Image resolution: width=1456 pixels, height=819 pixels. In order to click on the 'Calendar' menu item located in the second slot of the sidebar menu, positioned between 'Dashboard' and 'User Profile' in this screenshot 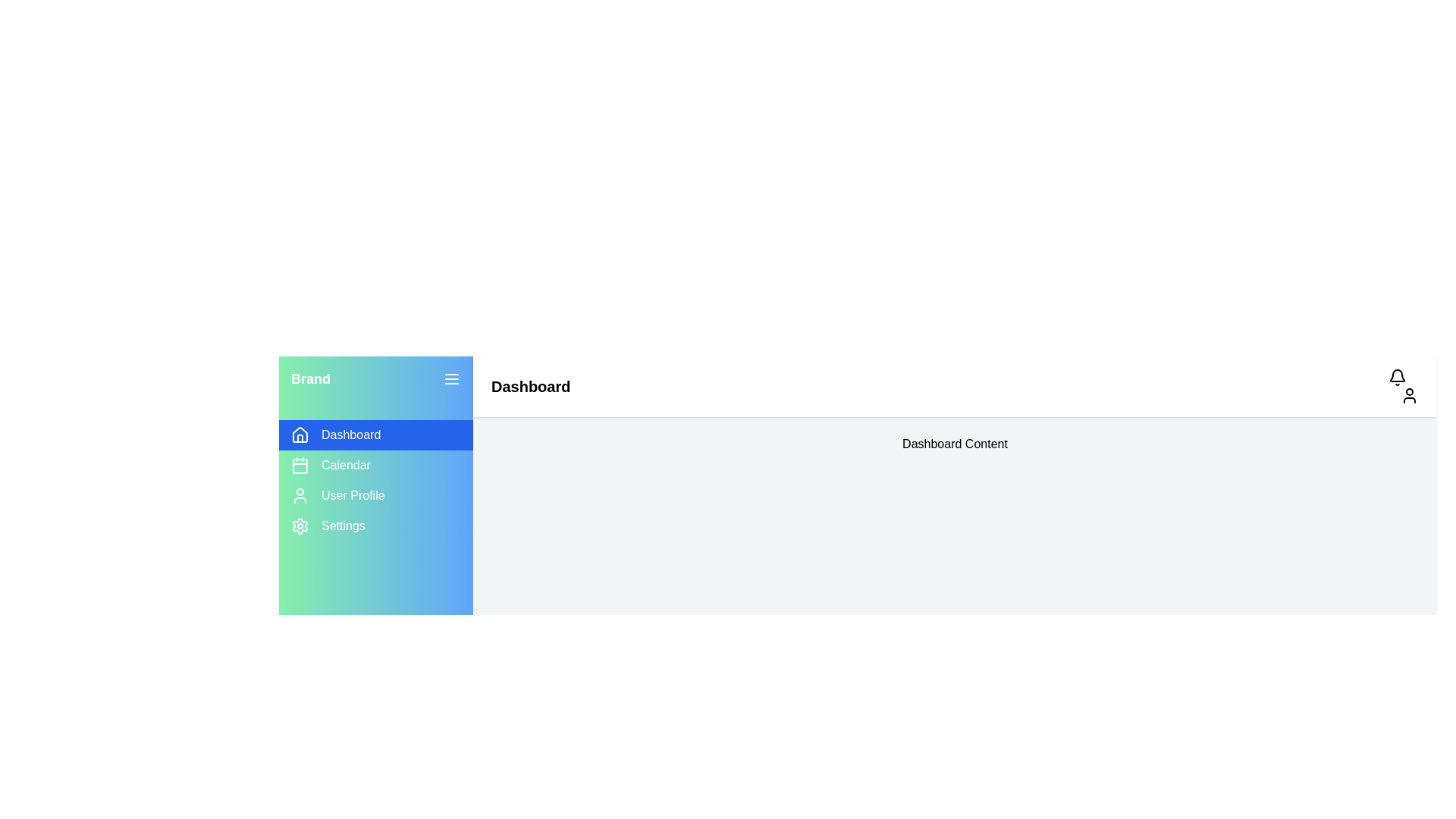, I will do `click(375, 480)`.